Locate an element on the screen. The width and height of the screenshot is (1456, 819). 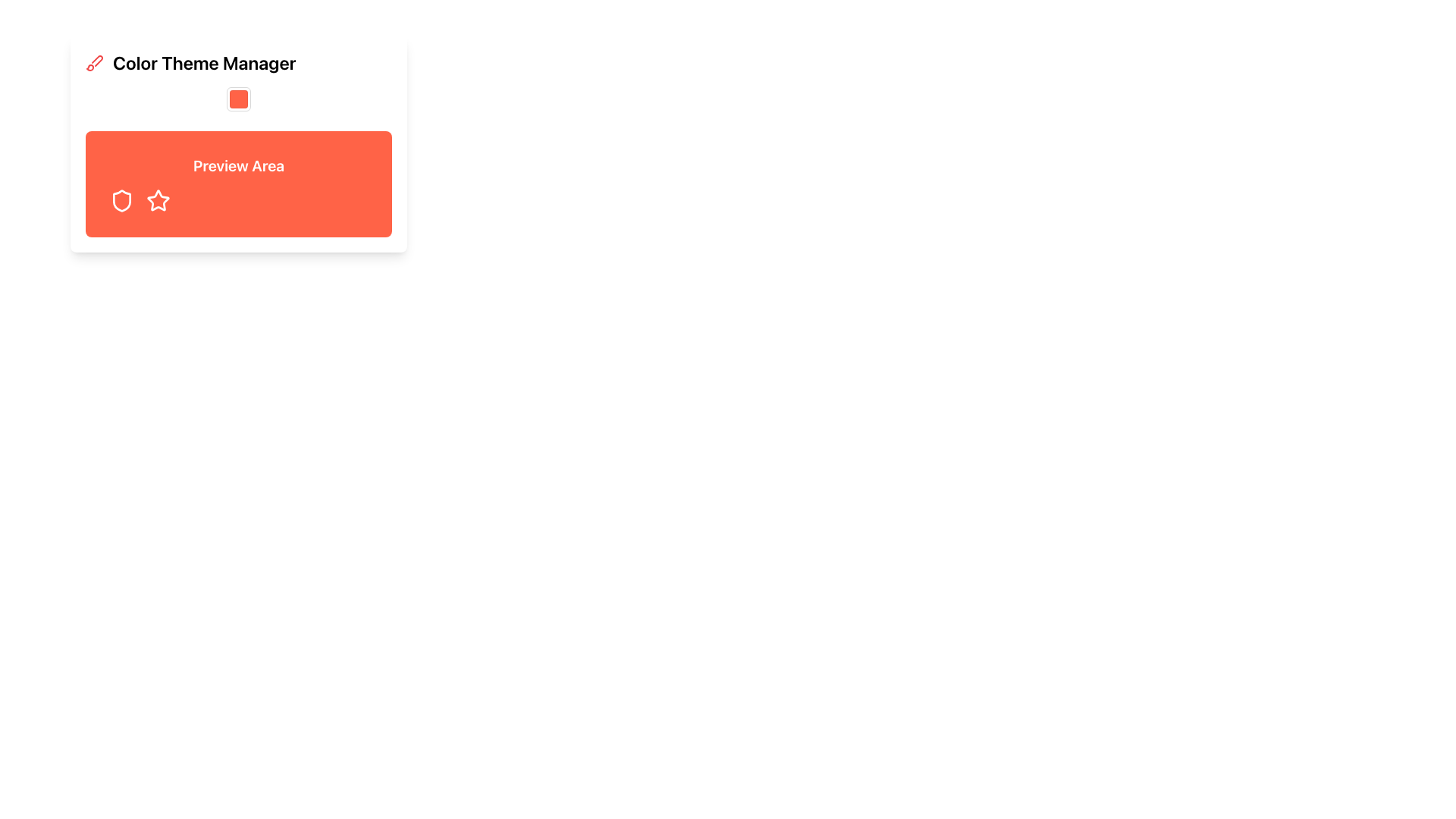
the second icon from the left is located at coordinates (157, 199).